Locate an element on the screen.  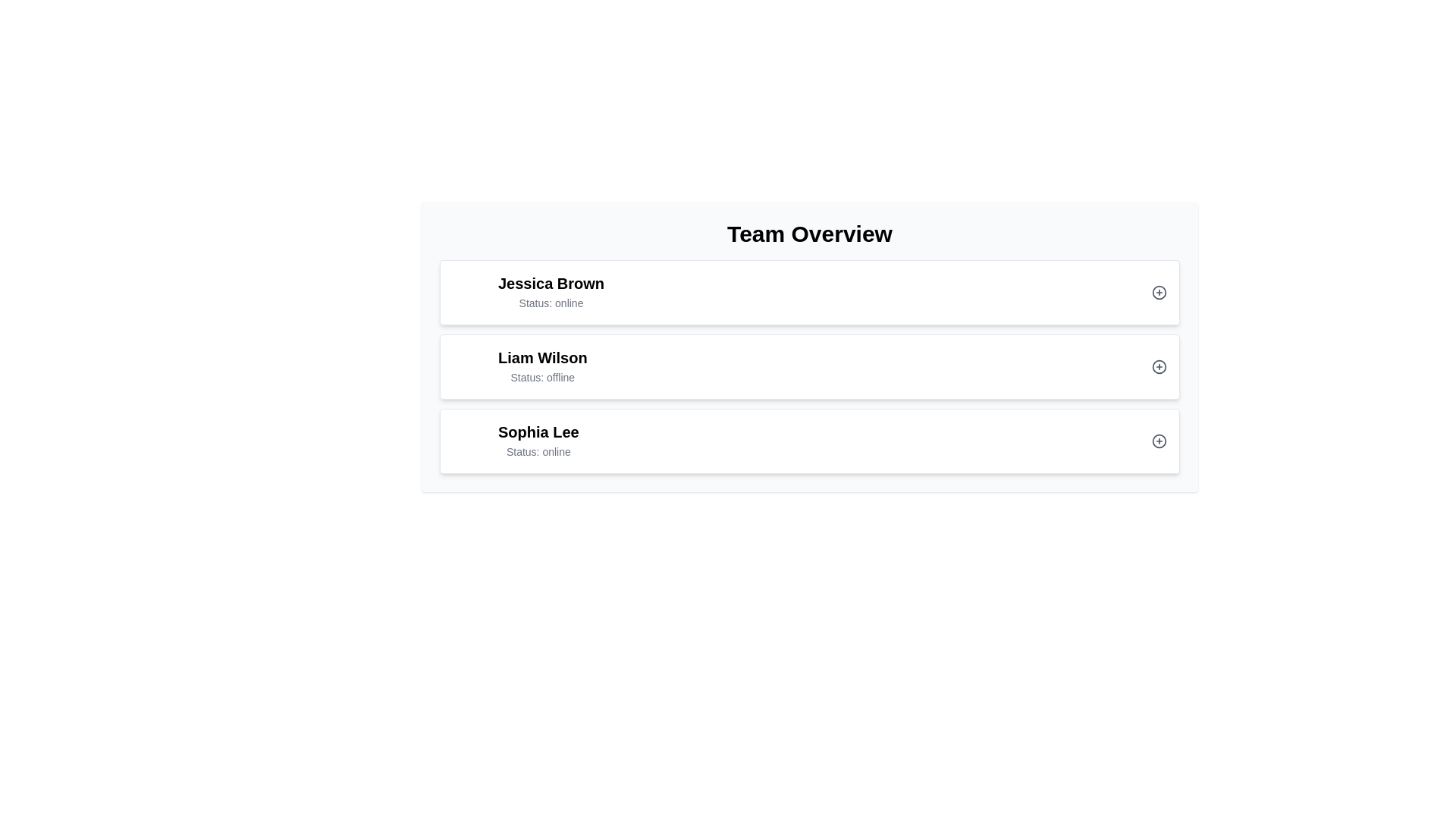
the circular plus icon with a thin border located on the far-right edge of the list items, corresponding to the third row displaying 'Sophia Lee' and 'Status: online' is located at coordinates (1159, 441).